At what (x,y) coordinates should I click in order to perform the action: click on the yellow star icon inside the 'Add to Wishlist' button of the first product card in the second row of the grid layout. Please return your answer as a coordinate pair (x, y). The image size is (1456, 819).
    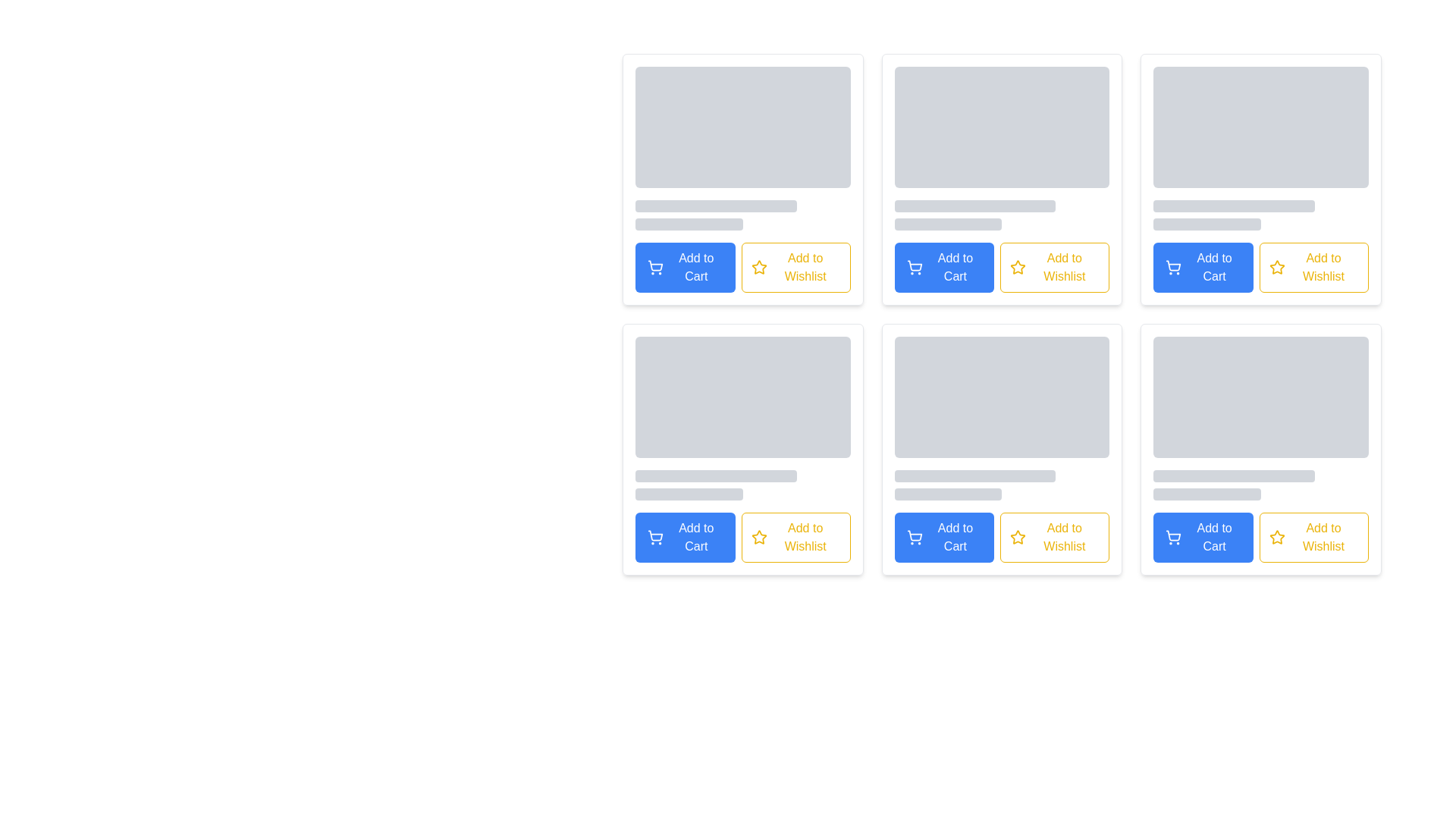
    Looking at the image, I should click on (759, 267).